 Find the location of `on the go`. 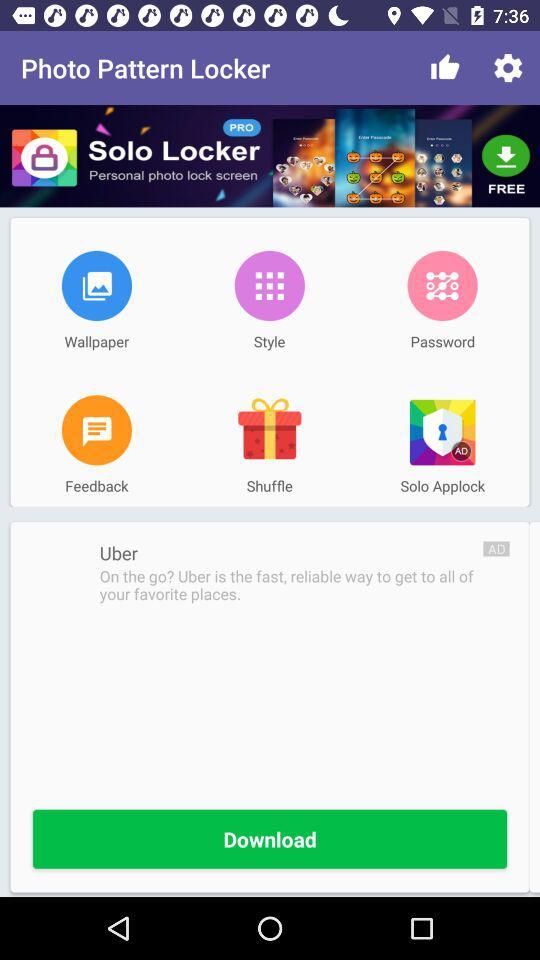

on the go is located at coordinates (290, 585).